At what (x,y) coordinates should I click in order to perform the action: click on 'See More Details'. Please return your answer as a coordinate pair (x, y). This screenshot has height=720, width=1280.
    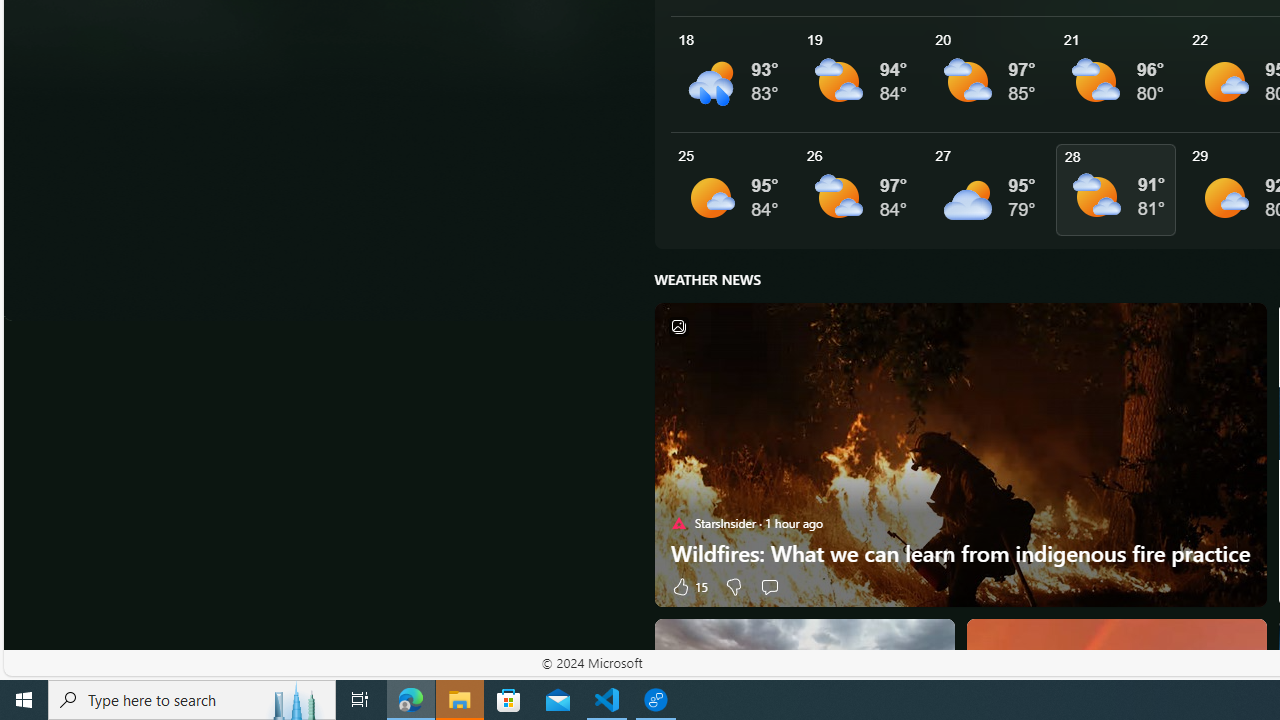
    Looking at the image, I should click on (1120, 190).